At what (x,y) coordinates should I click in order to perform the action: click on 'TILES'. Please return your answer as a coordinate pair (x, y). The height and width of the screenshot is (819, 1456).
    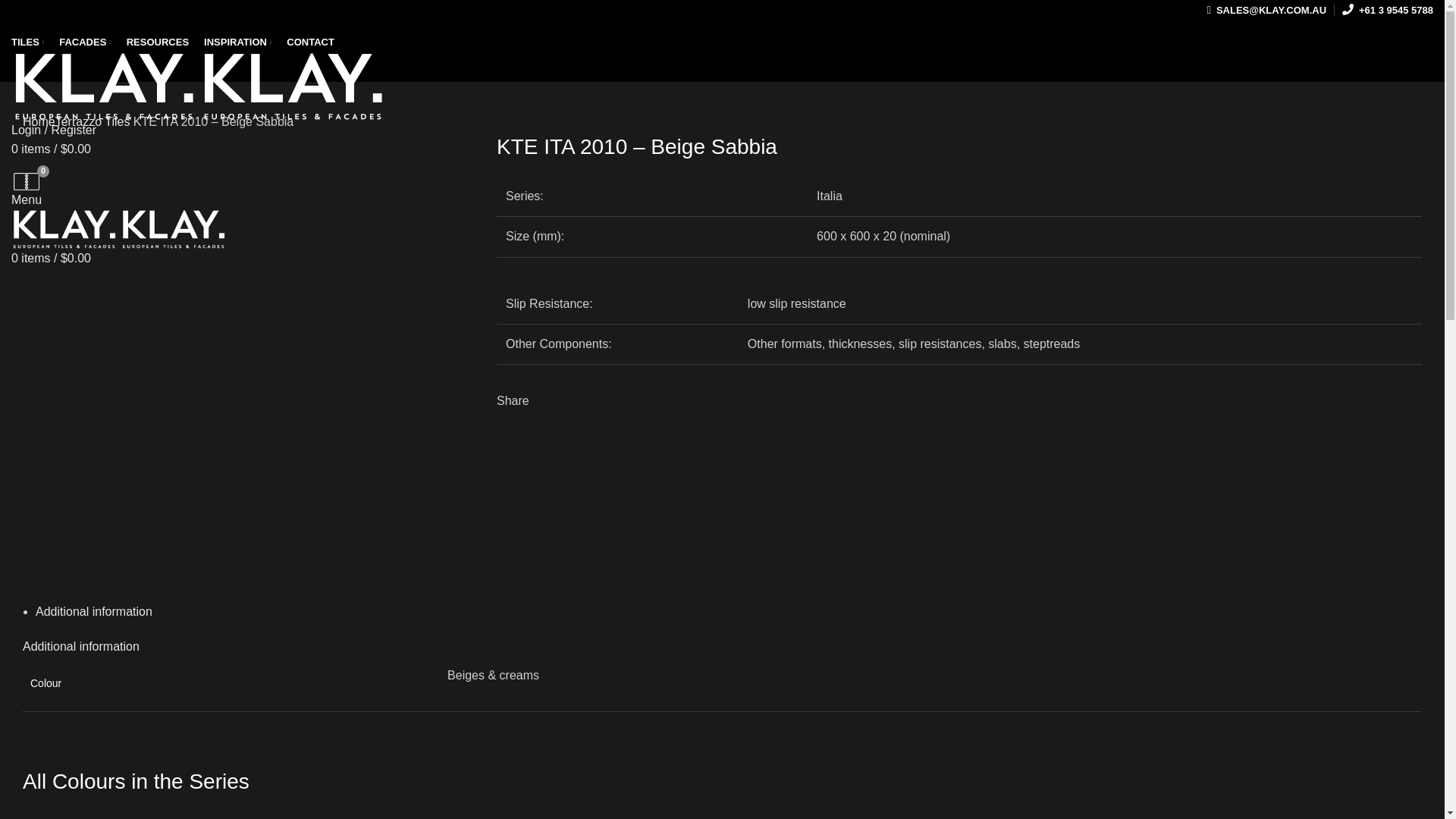
    Looking at the image, I should click on (27, 42).